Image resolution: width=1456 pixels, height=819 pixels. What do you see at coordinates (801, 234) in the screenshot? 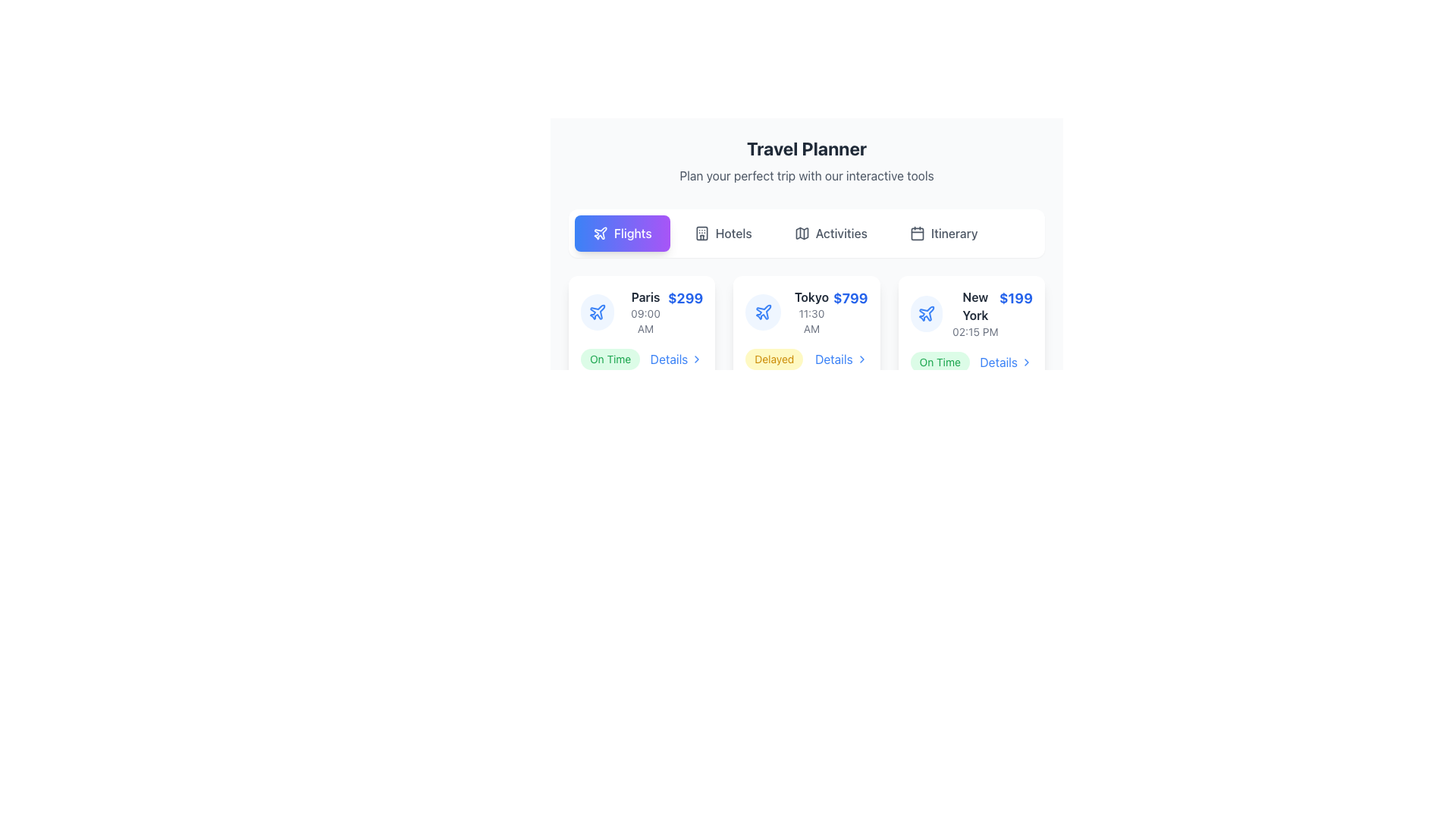
I see `the map icon located on the navigation bar, which represents 'Activities'` at bounding box center [801, 234].